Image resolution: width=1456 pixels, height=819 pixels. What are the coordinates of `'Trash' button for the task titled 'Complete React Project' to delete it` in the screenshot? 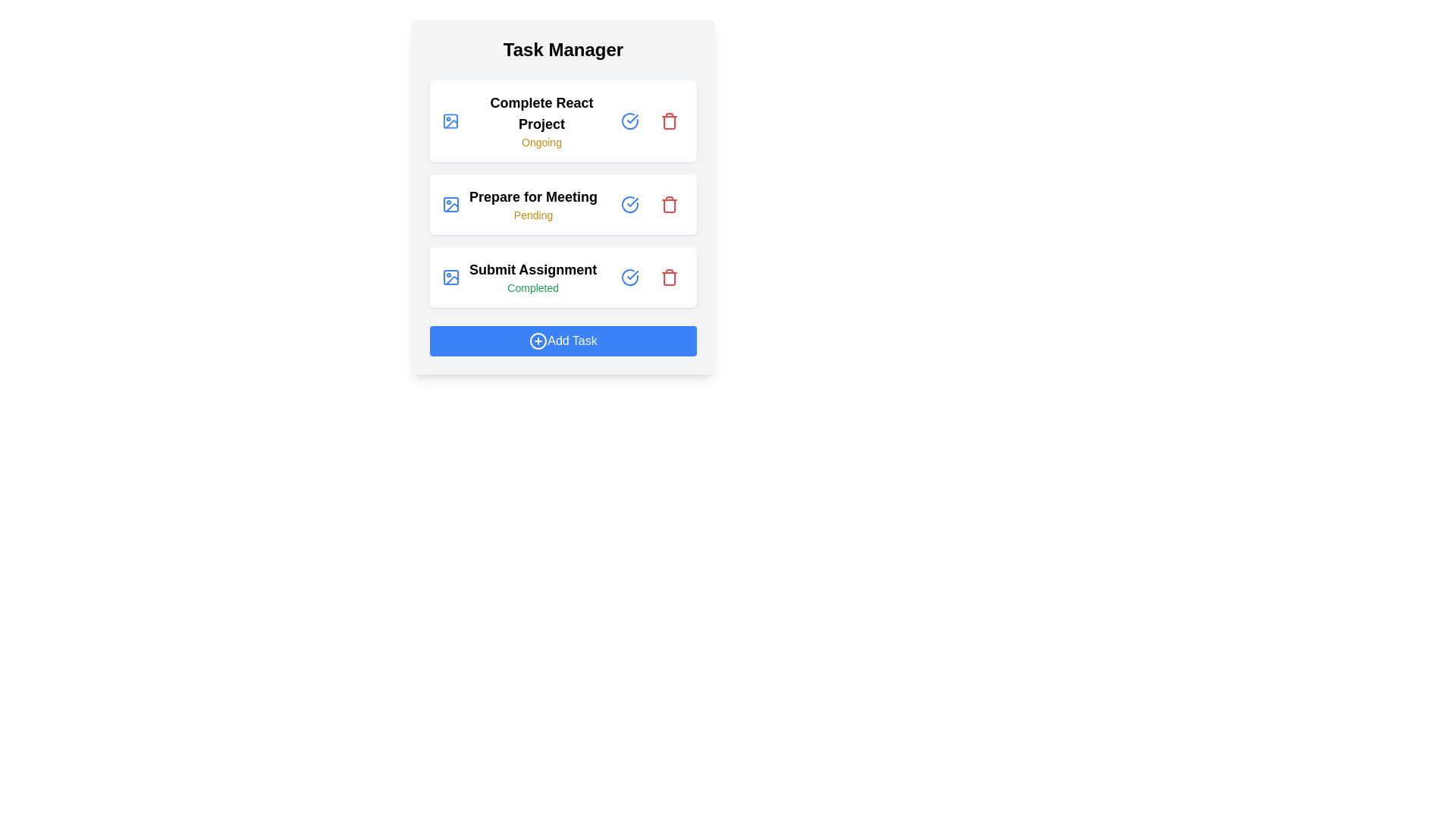 It's located at (669, 120).